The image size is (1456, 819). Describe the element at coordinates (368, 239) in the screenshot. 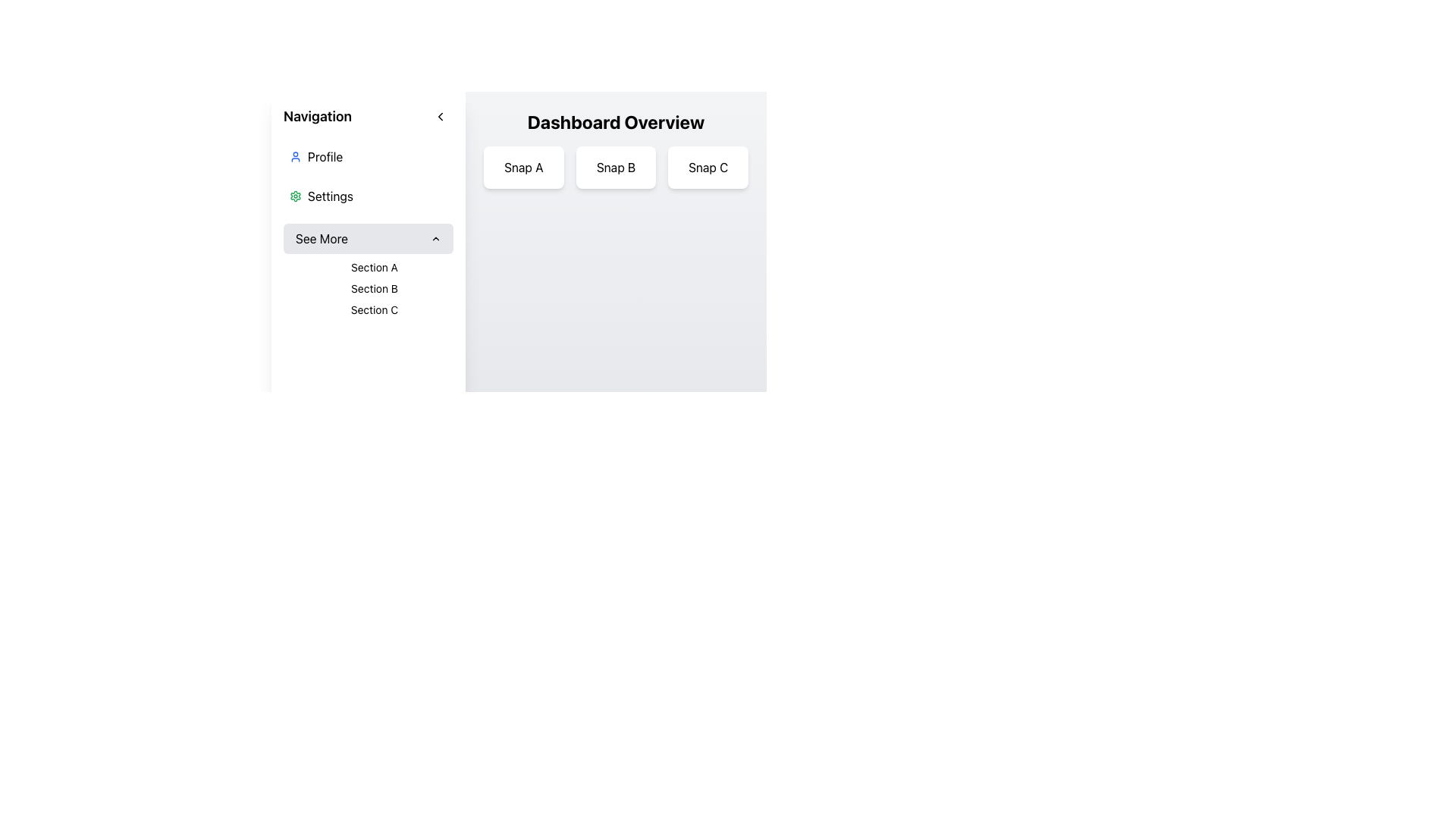

I see `the sidebar button that toggles the visibility of the submenu containing 'Section A', 'Section B', and 'Section C' to change its background color` at that location.